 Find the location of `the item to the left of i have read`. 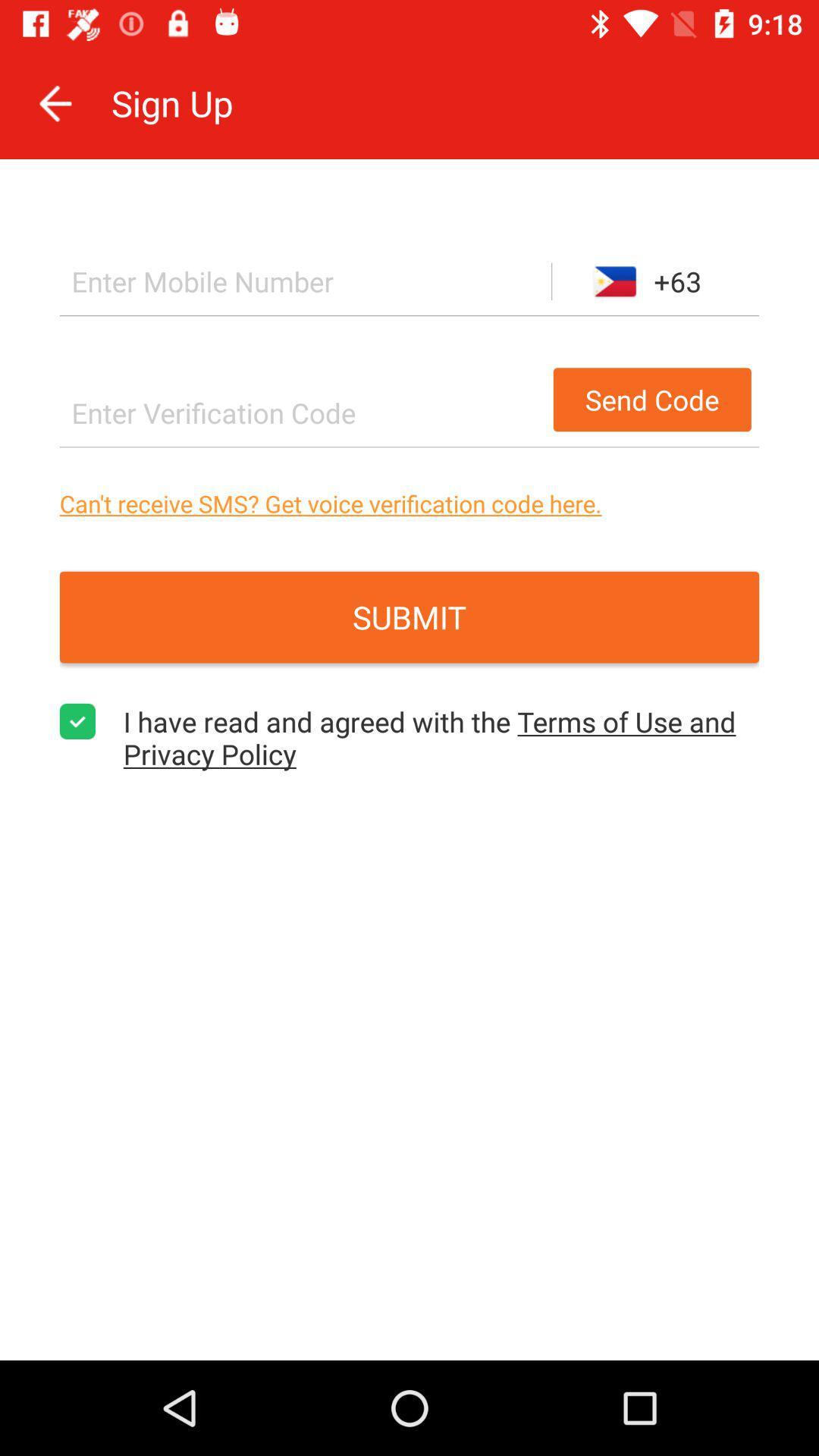

the item to the left of i have read is located at coordinates (77, 720).